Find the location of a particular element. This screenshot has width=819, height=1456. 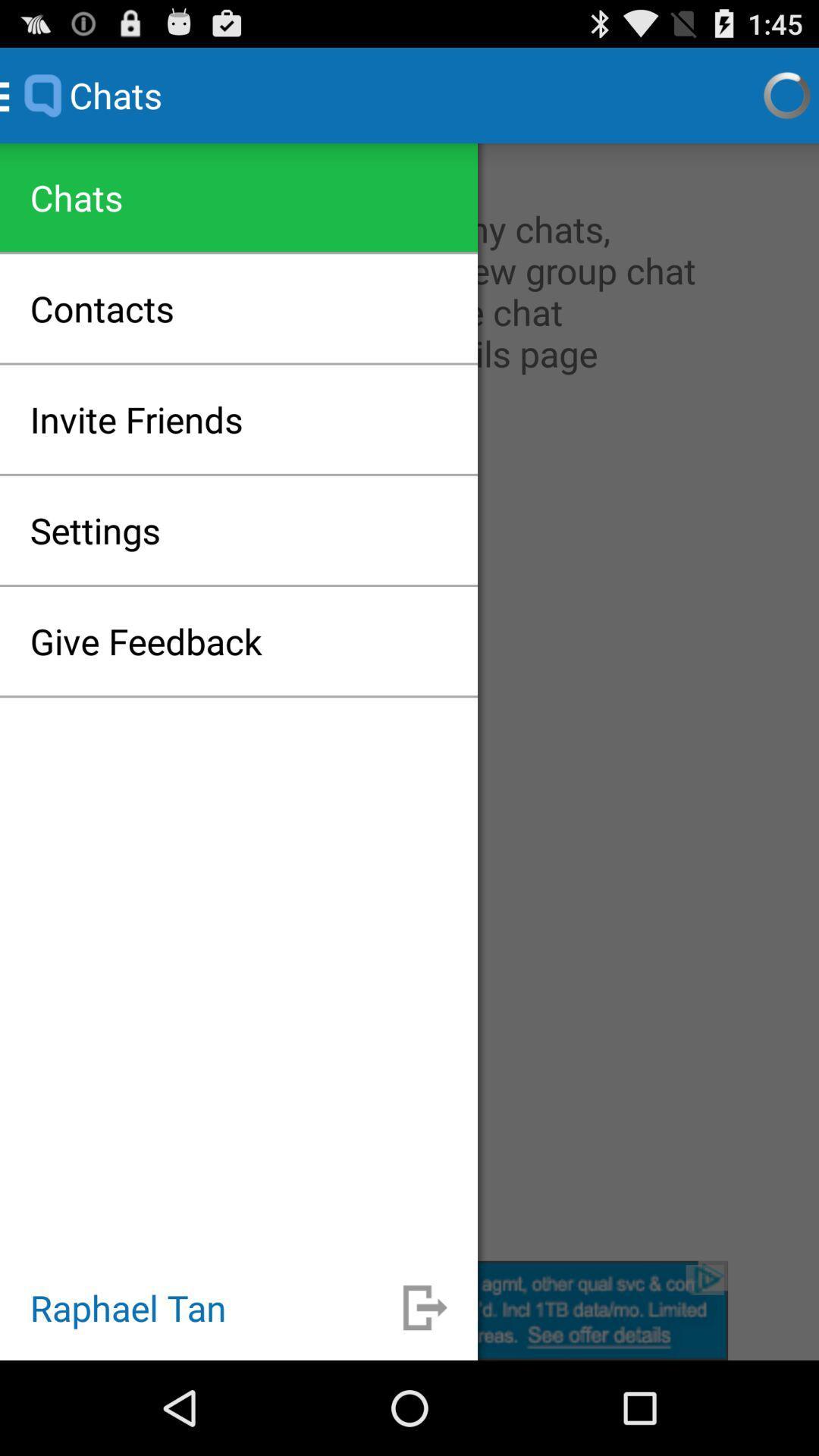

the panel is located at coordinates (409, 1310).